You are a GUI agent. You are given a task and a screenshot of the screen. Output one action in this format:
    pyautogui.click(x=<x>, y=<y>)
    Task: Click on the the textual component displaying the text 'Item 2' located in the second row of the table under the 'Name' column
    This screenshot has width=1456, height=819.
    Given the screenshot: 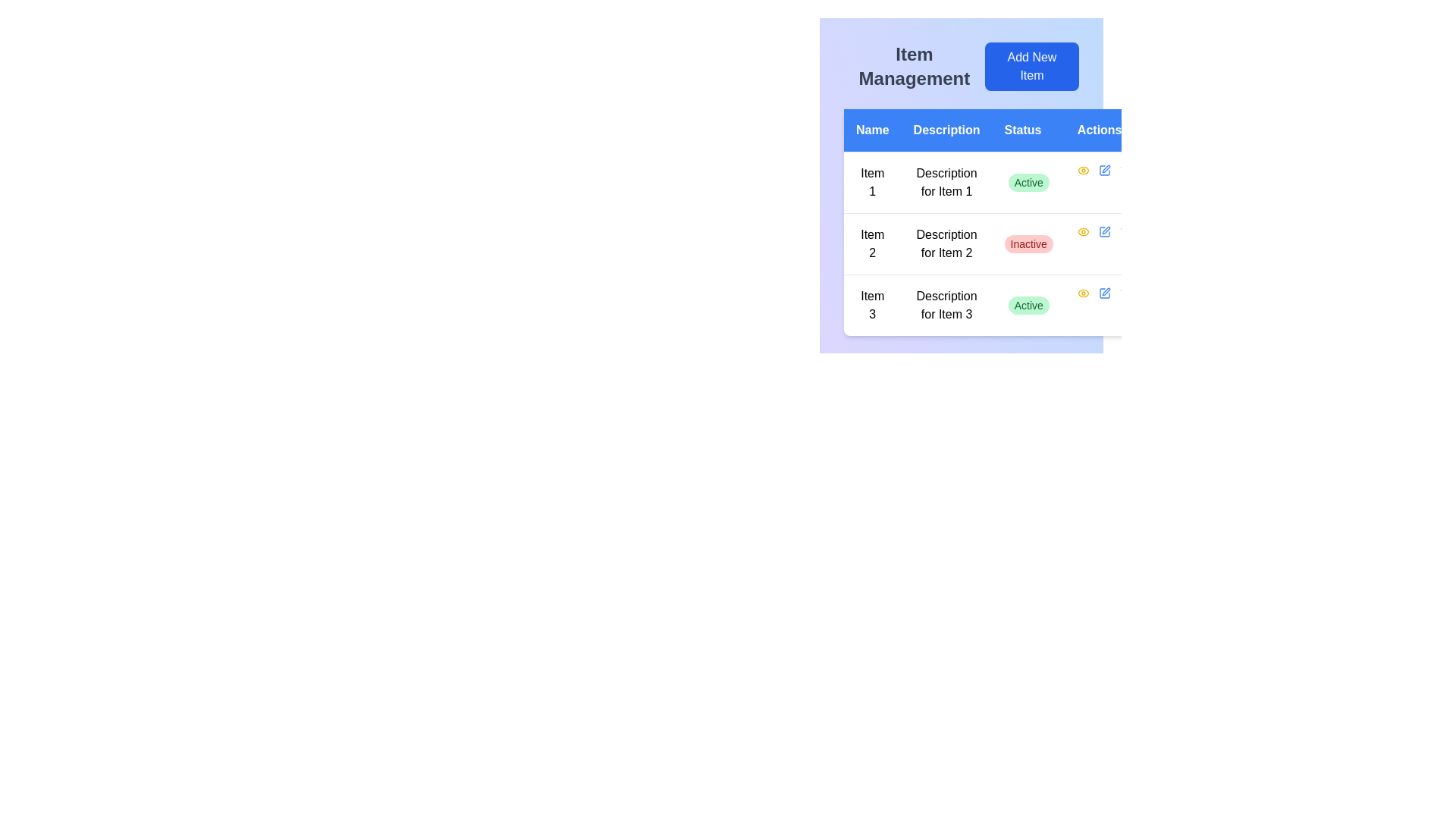 What is the action you would take?
    pyautogui.click(x=872, y=243)
    